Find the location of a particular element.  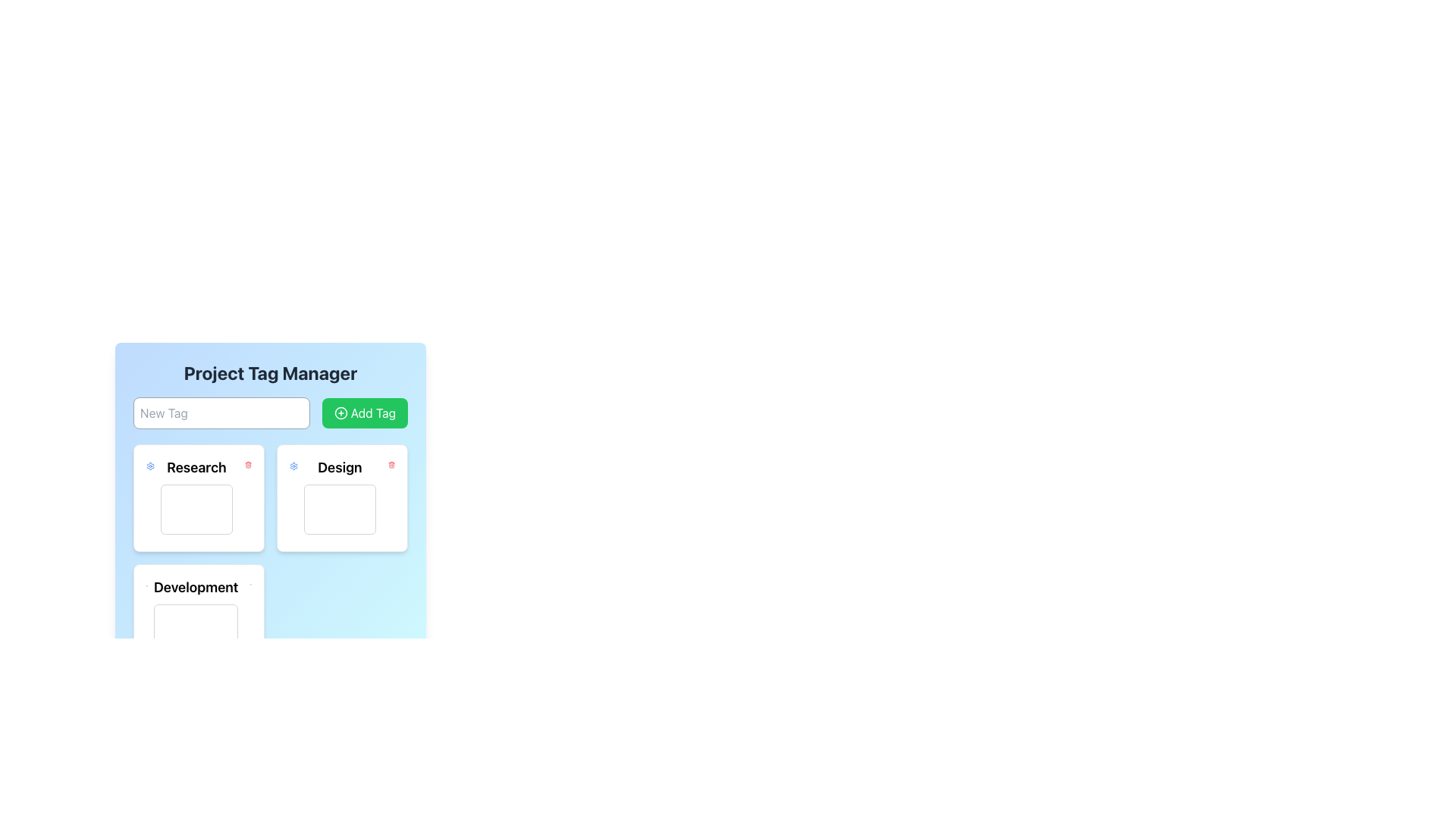

the delete button icon located at the top-right corner of the 'Design' card to possibly display additional information or effects is located at coordinates (391, 464).